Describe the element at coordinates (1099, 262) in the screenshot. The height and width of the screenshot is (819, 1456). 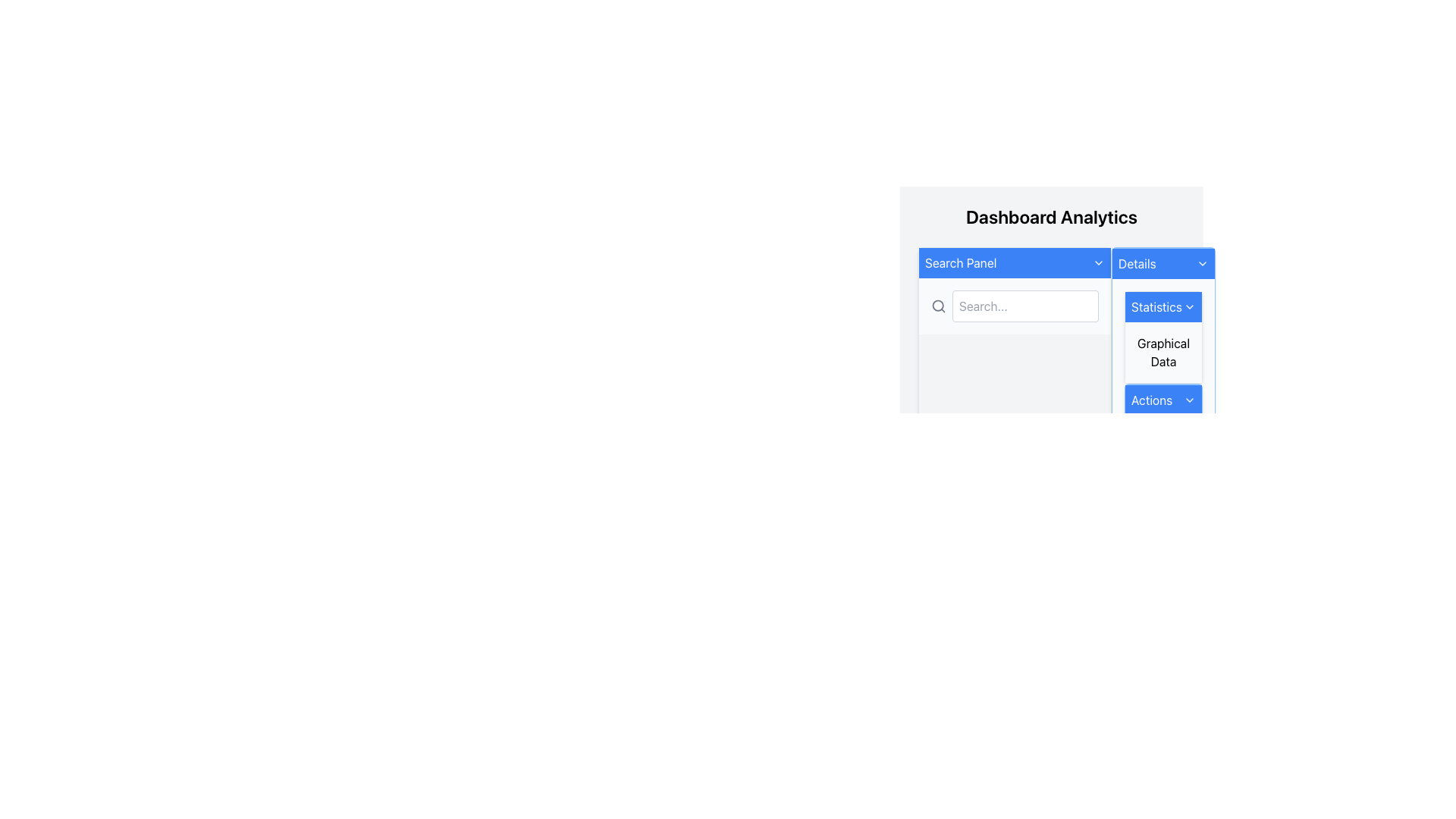
I see `the collapsible button located at the right end of the blue header labeled 'Search Panel'` at that location.